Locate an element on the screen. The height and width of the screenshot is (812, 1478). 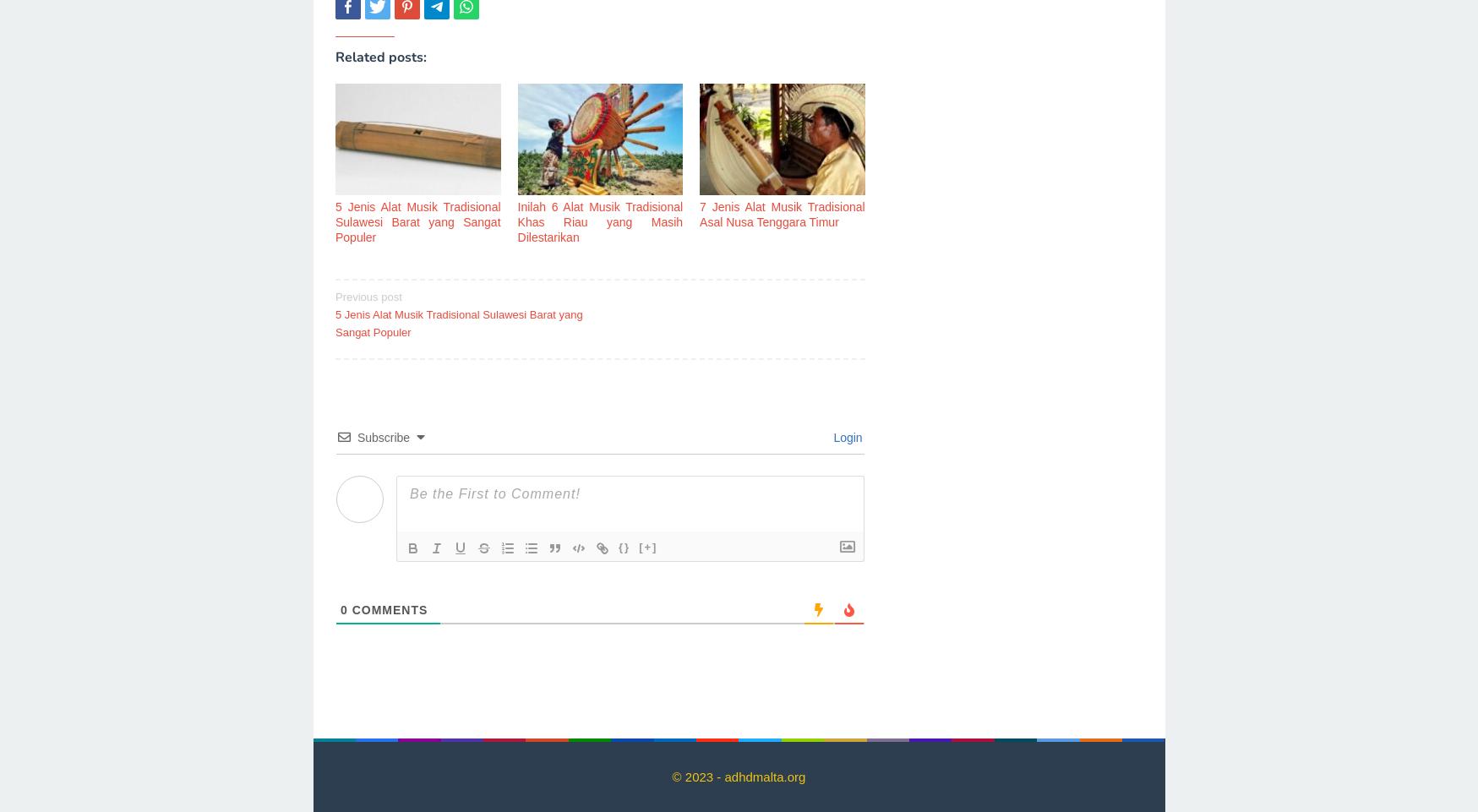
'© 2023 - adhdmalta.org' is located at coordinates (737, 777).